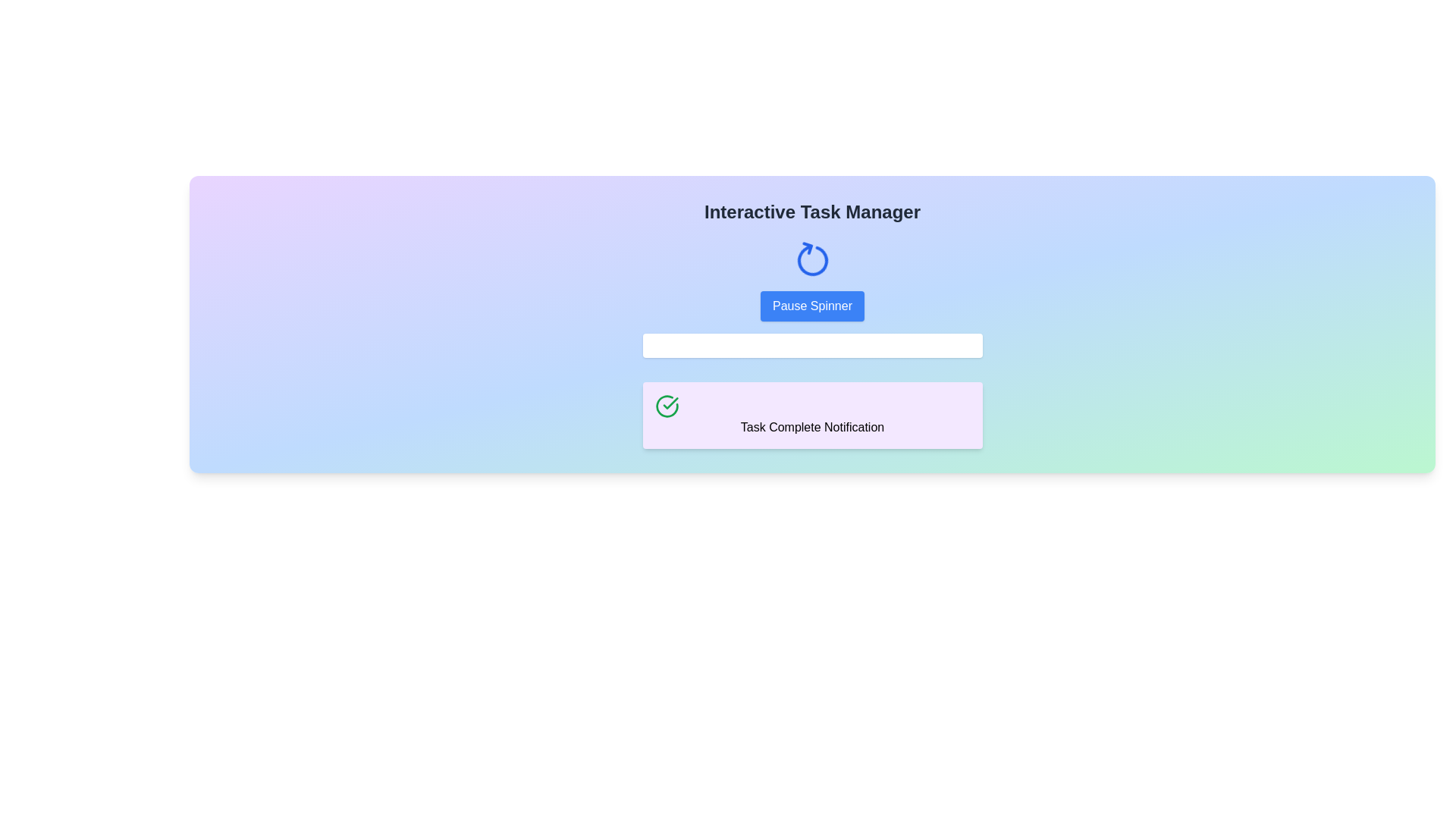  I want to click on the small vertical line segment of the blue stroke within the spinning circular arrow symbol, located near the top center of the interface, above the 'Pause Spinner' button, so click(805, 273).